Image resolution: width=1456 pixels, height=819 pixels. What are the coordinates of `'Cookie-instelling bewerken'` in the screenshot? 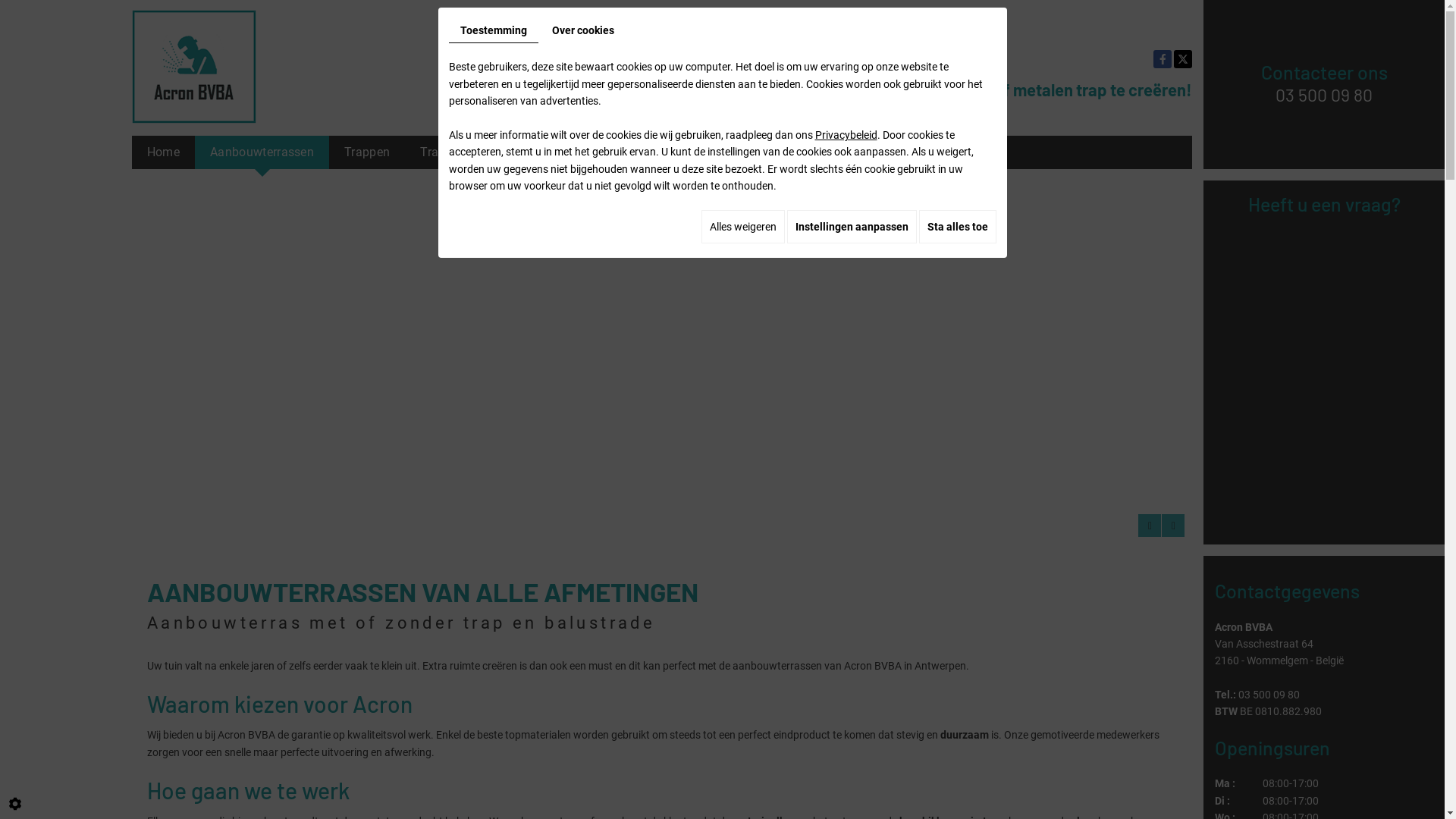 It's located at (14, 803).